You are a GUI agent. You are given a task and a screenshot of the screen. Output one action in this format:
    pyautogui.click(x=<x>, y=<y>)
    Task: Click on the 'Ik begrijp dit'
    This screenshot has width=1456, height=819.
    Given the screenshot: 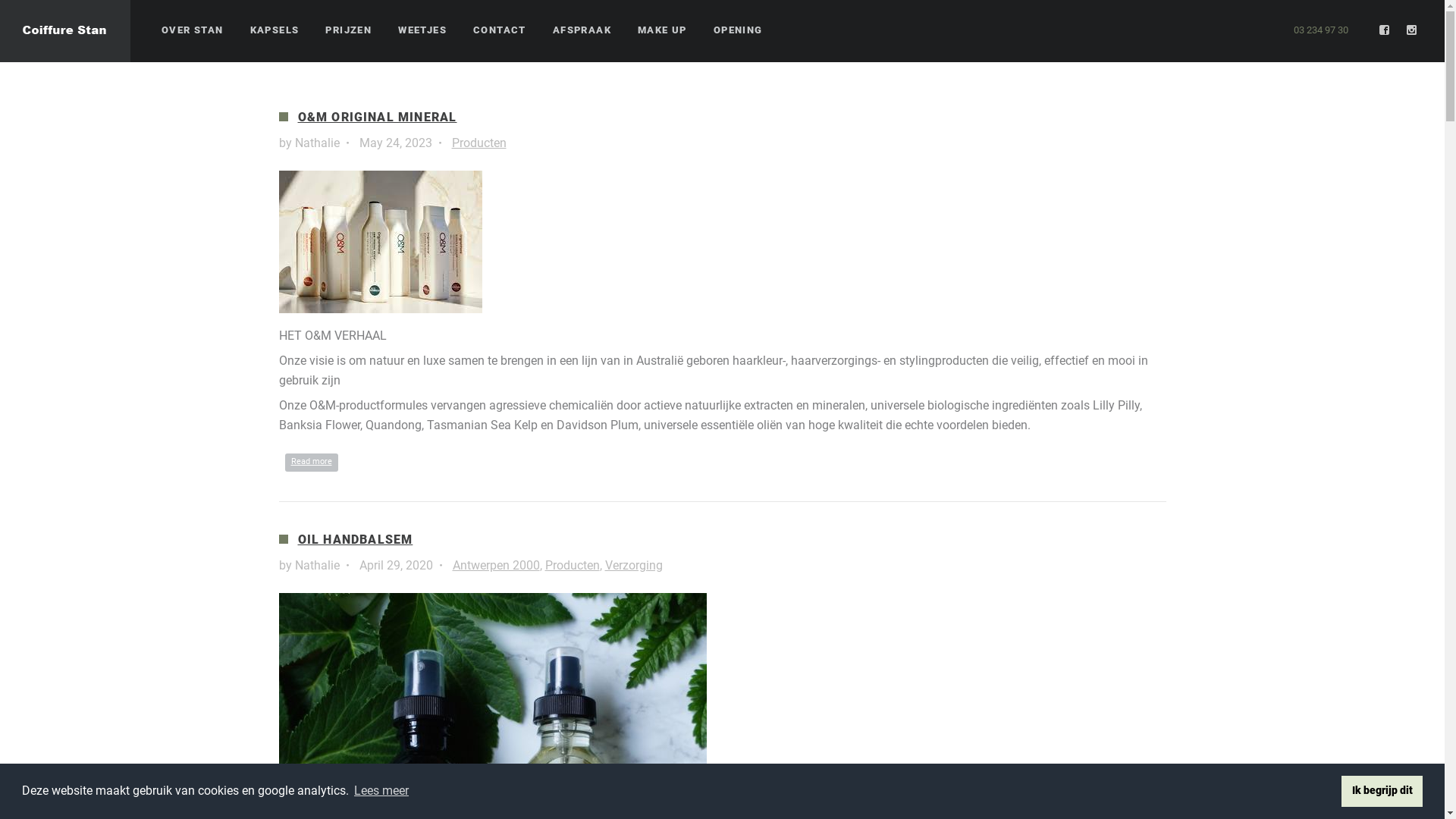 What is the action you would take?
    pyautogui.click(x=1382, y=789)
    